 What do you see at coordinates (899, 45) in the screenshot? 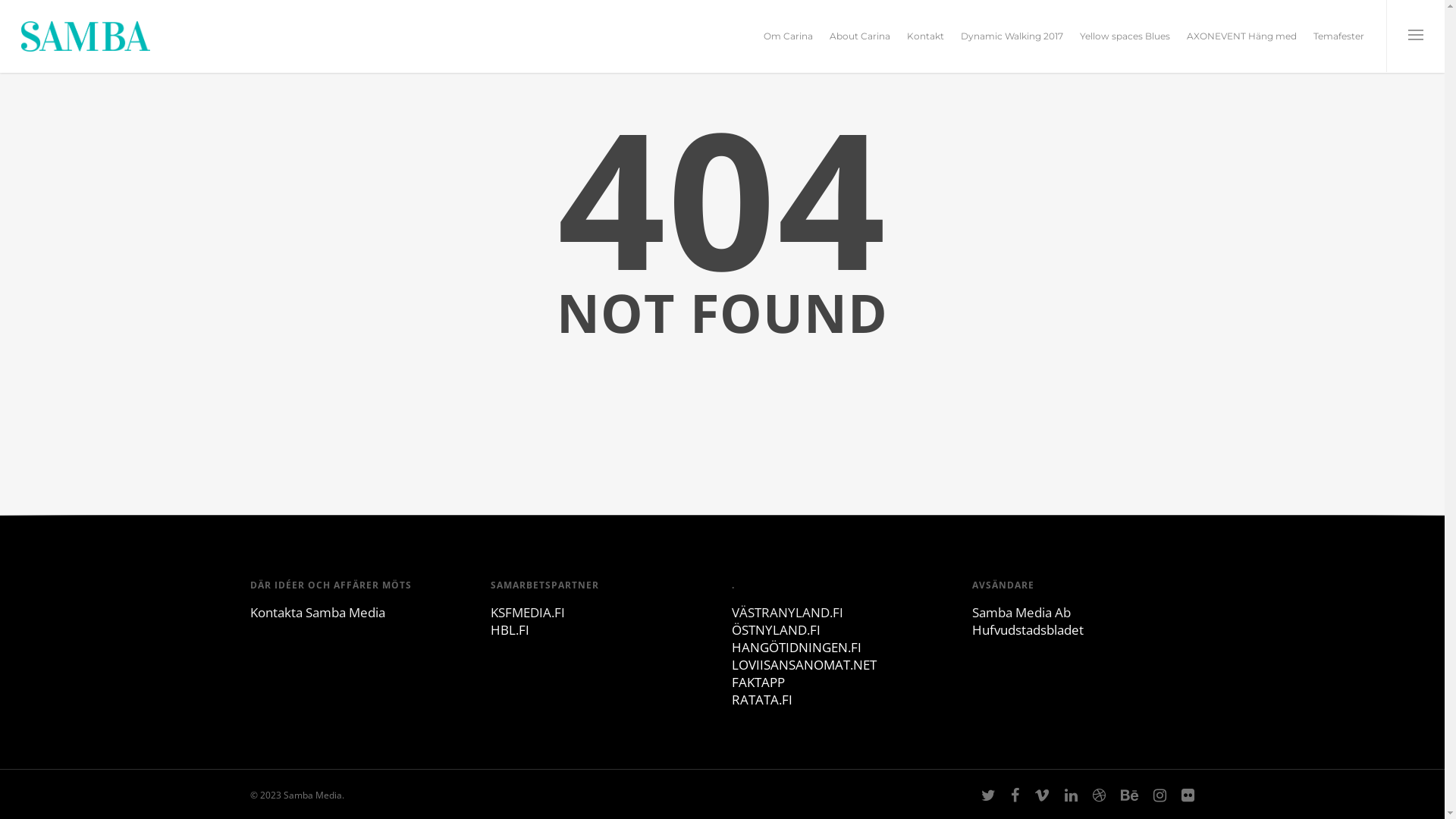
I see `'Kontakt'` at bounding box center [899, 45].